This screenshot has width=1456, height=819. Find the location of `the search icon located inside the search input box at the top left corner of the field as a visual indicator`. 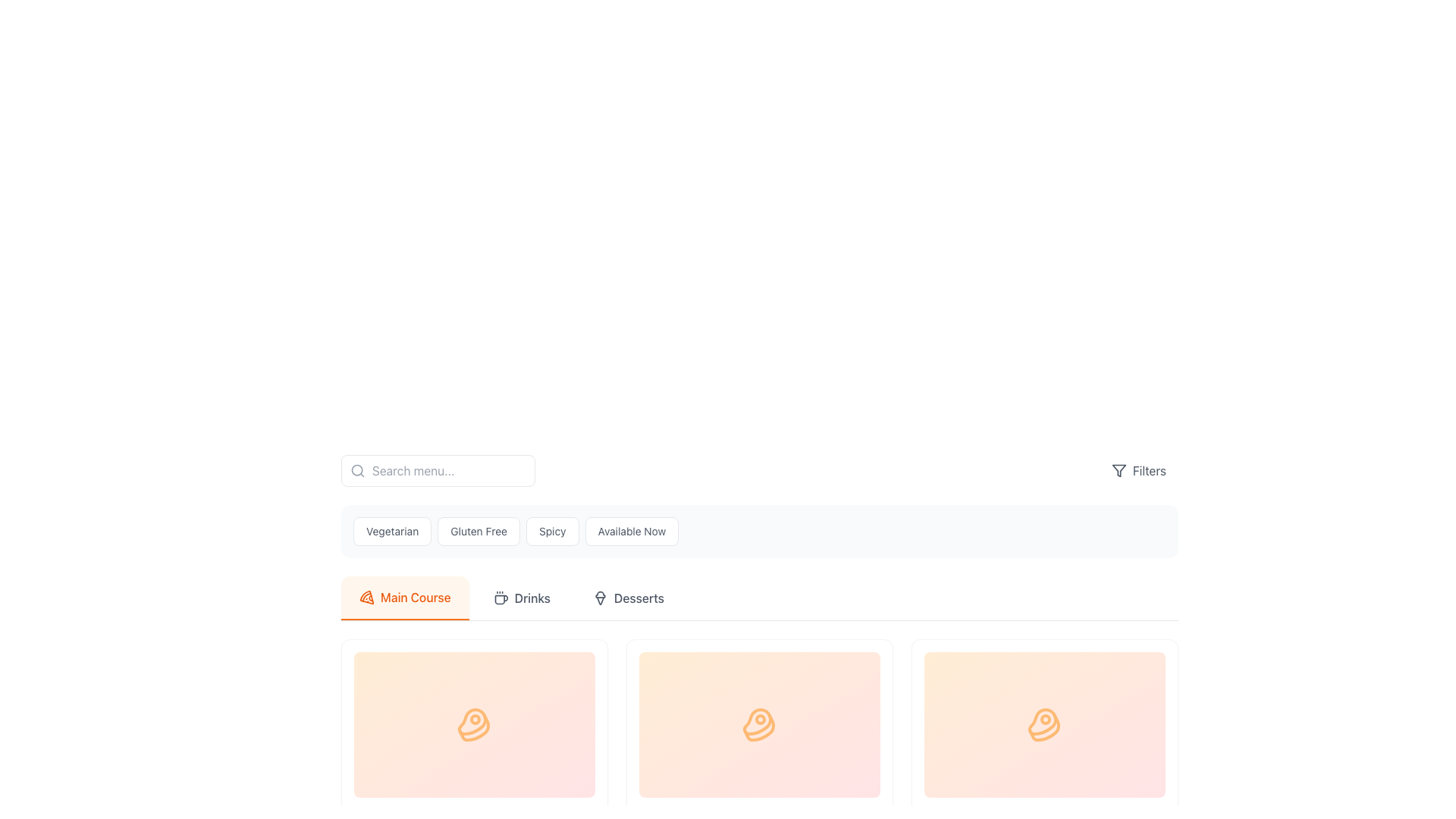

the search icon located inside the search input box at the top left corner of the field as a visual indicator is located at coordinates (356, 470).